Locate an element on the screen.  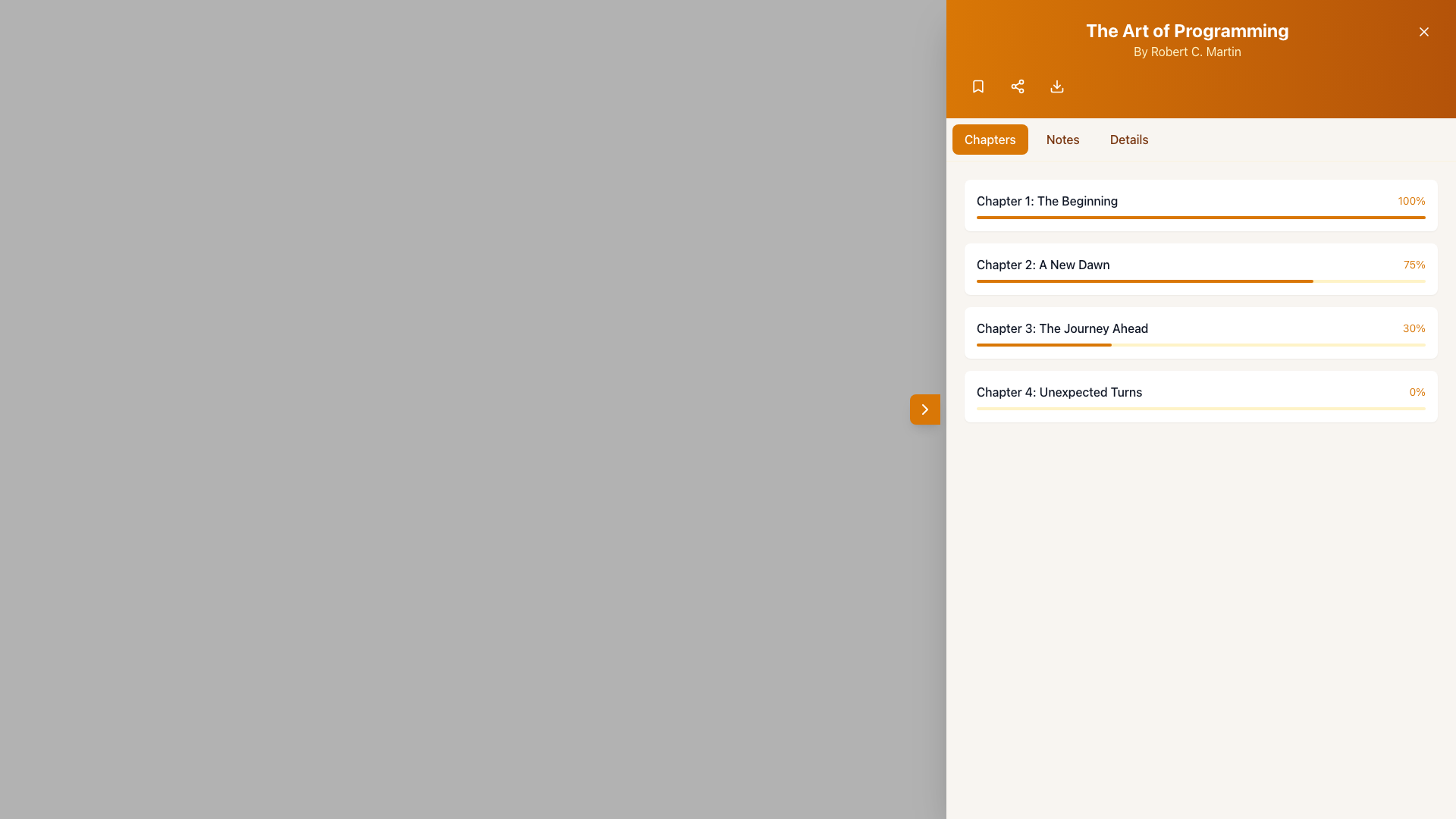
the right-facing chevron icon with a minimalist design, located at the left edge of the vertical menu panel, for potential visual feedback is located at coordinates (924, 409).